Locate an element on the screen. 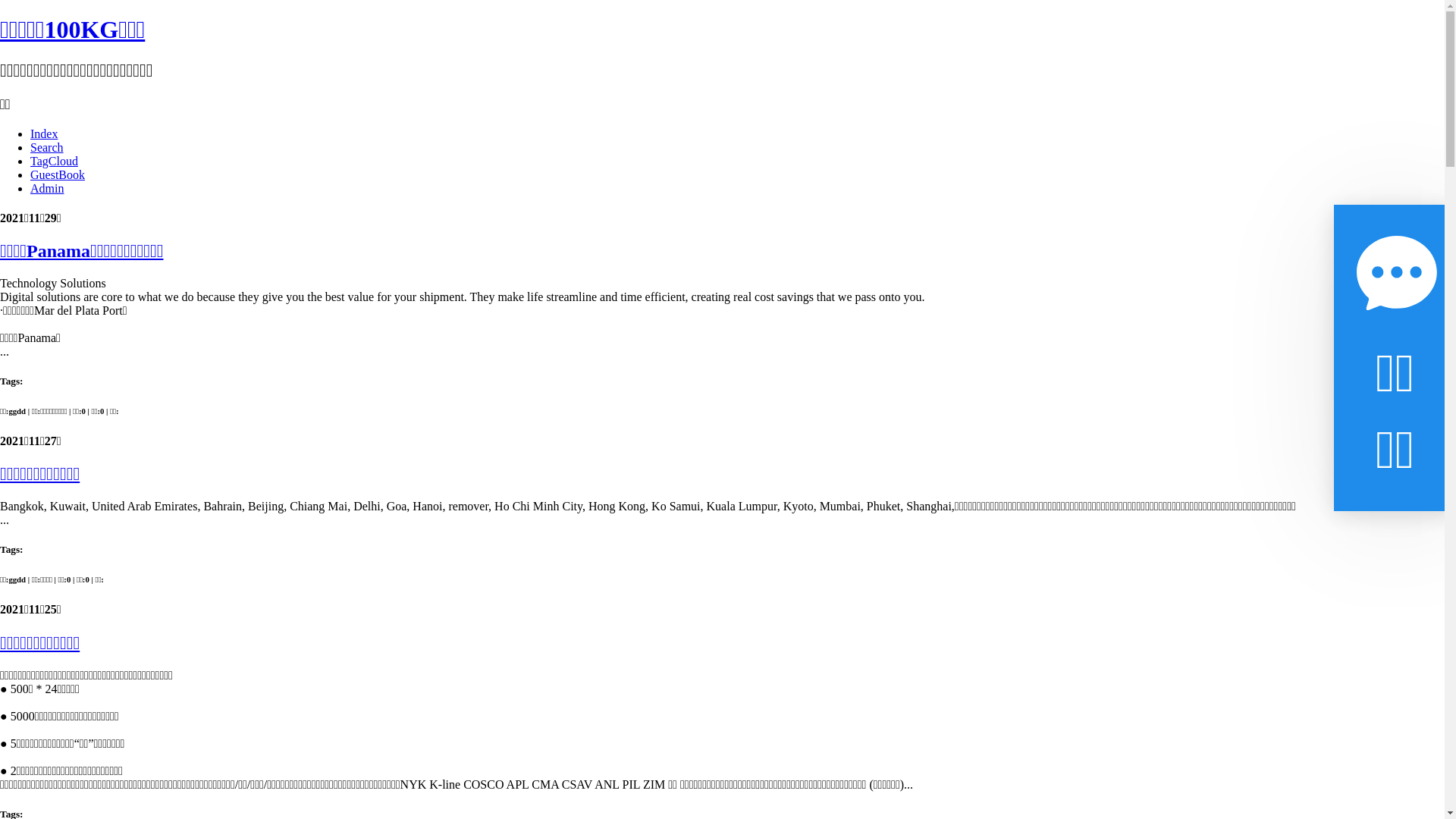  'TagCloud' is located at coordinates (54, 161).